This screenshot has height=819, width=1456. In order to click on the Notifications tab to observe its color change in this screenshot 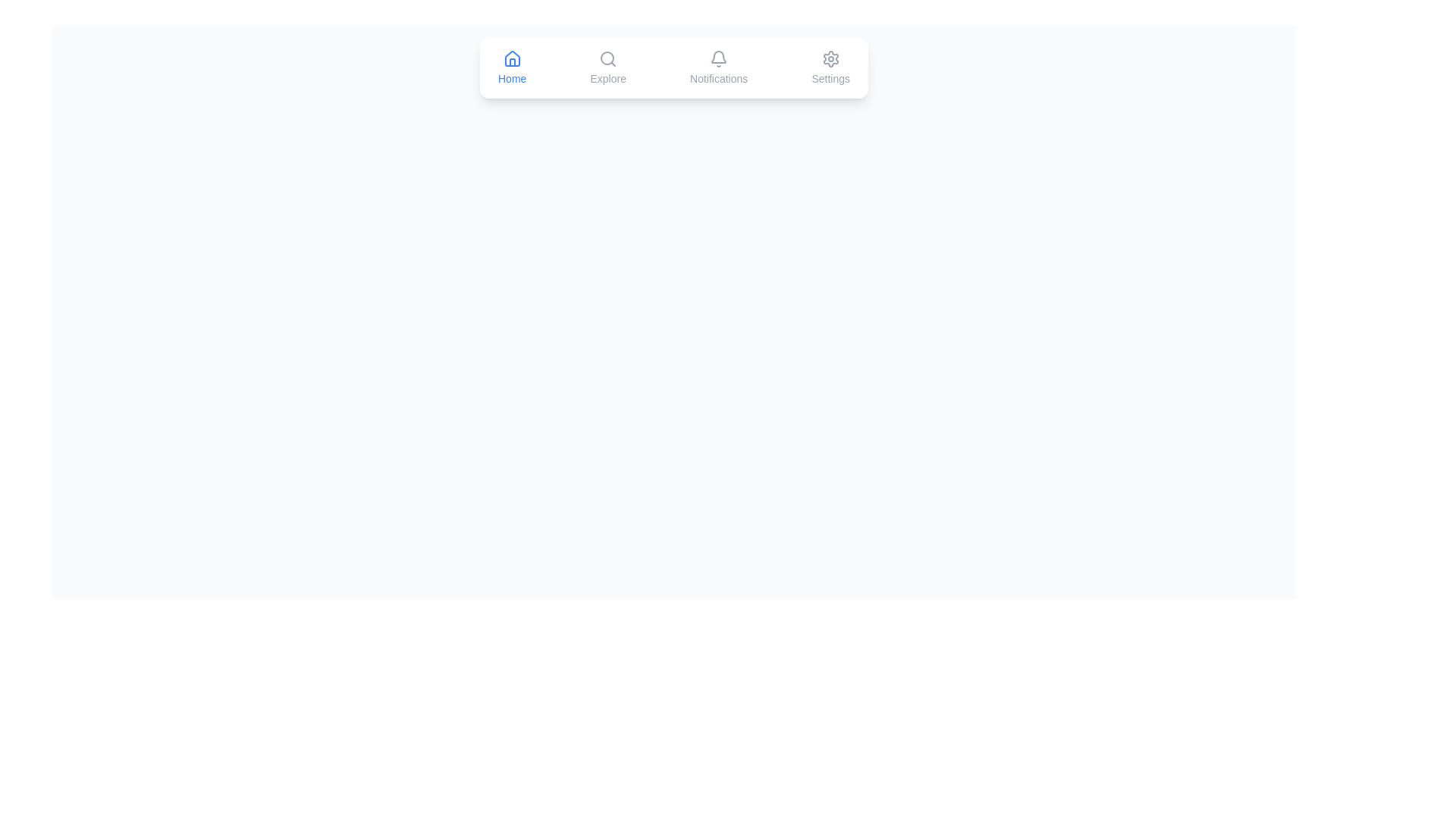, I will do `click(718, 67)`.